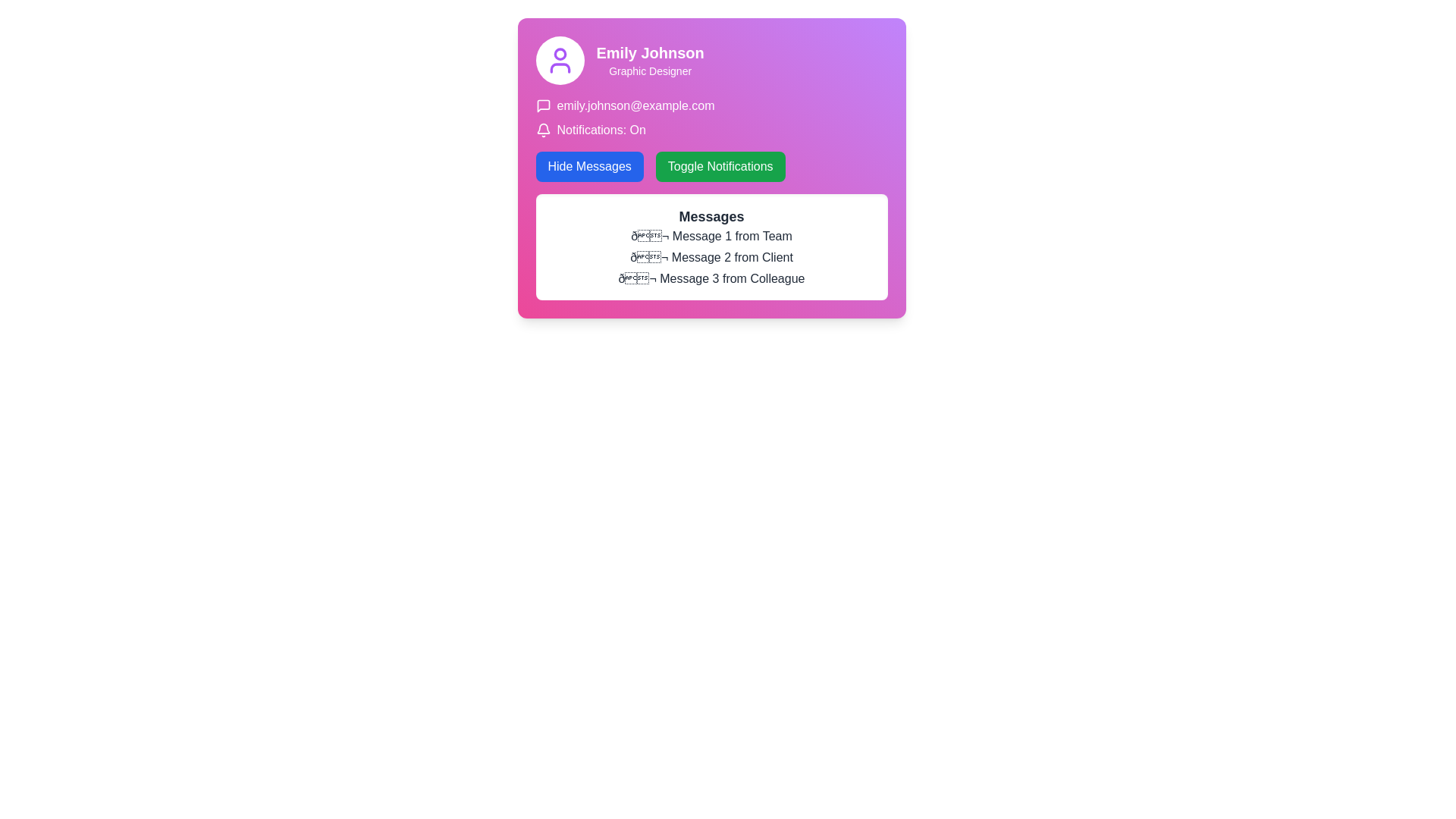 Image resolution: width=1456 pixels, height=819 pixels. I want to click on content displayed in the text label that shows 'Graphic Designer', which is located beneath the larger text 'Emily Johnson' on a purple background, so click(650, 71).